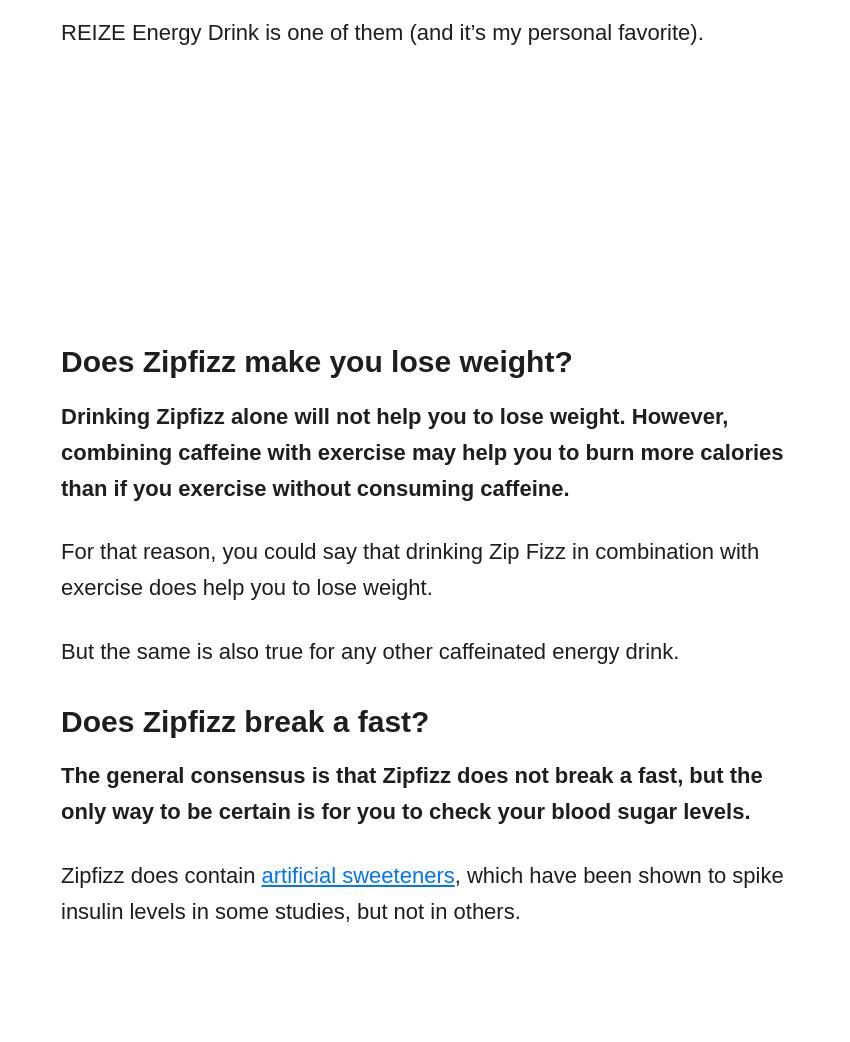 This screenshot has width=850, height=1042. I want to click on 'Does Zipfizz make you lose weight?', so click(316, 360).